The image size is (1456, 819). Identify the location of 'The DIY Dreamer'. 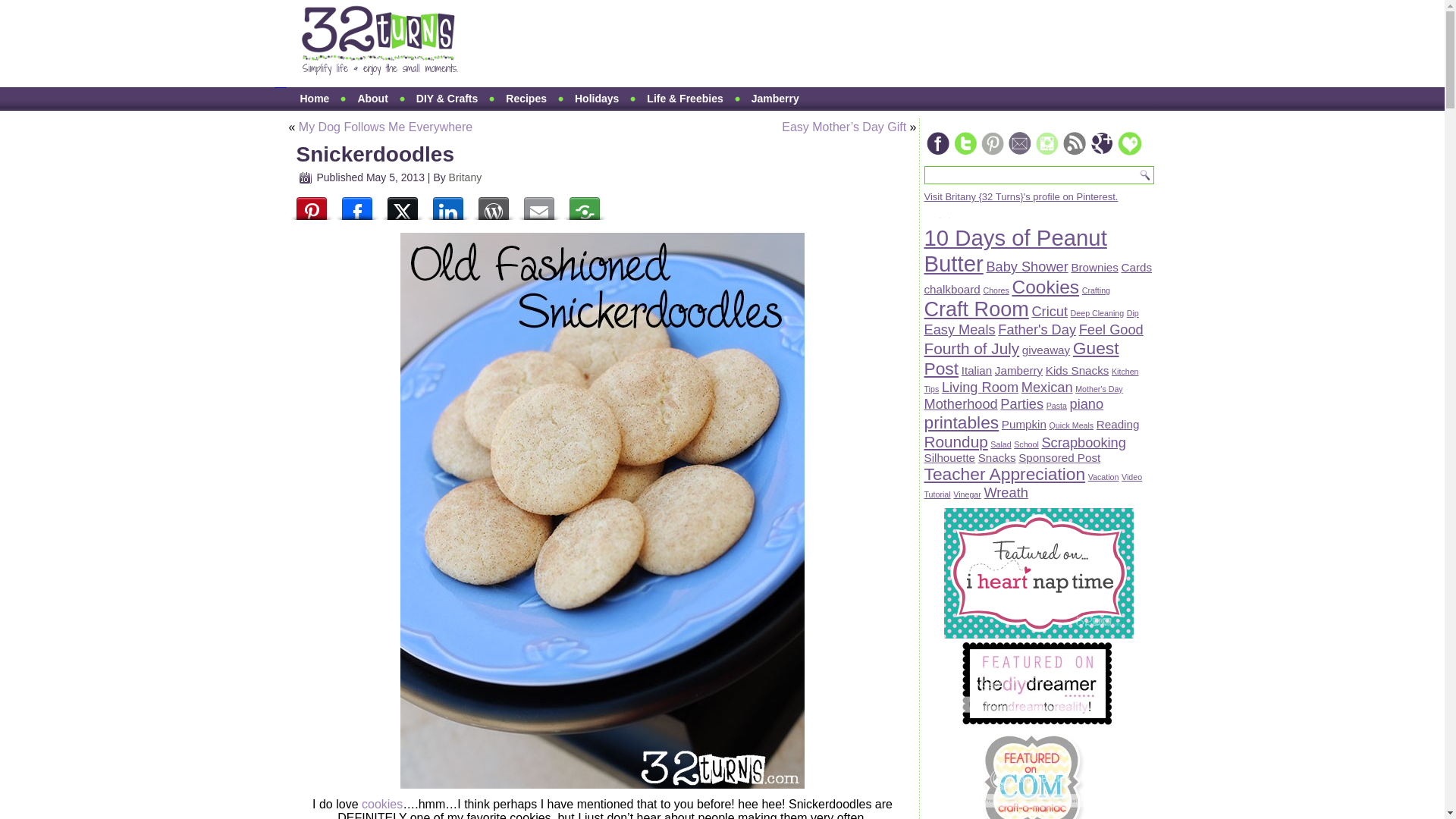
(1037, 721).